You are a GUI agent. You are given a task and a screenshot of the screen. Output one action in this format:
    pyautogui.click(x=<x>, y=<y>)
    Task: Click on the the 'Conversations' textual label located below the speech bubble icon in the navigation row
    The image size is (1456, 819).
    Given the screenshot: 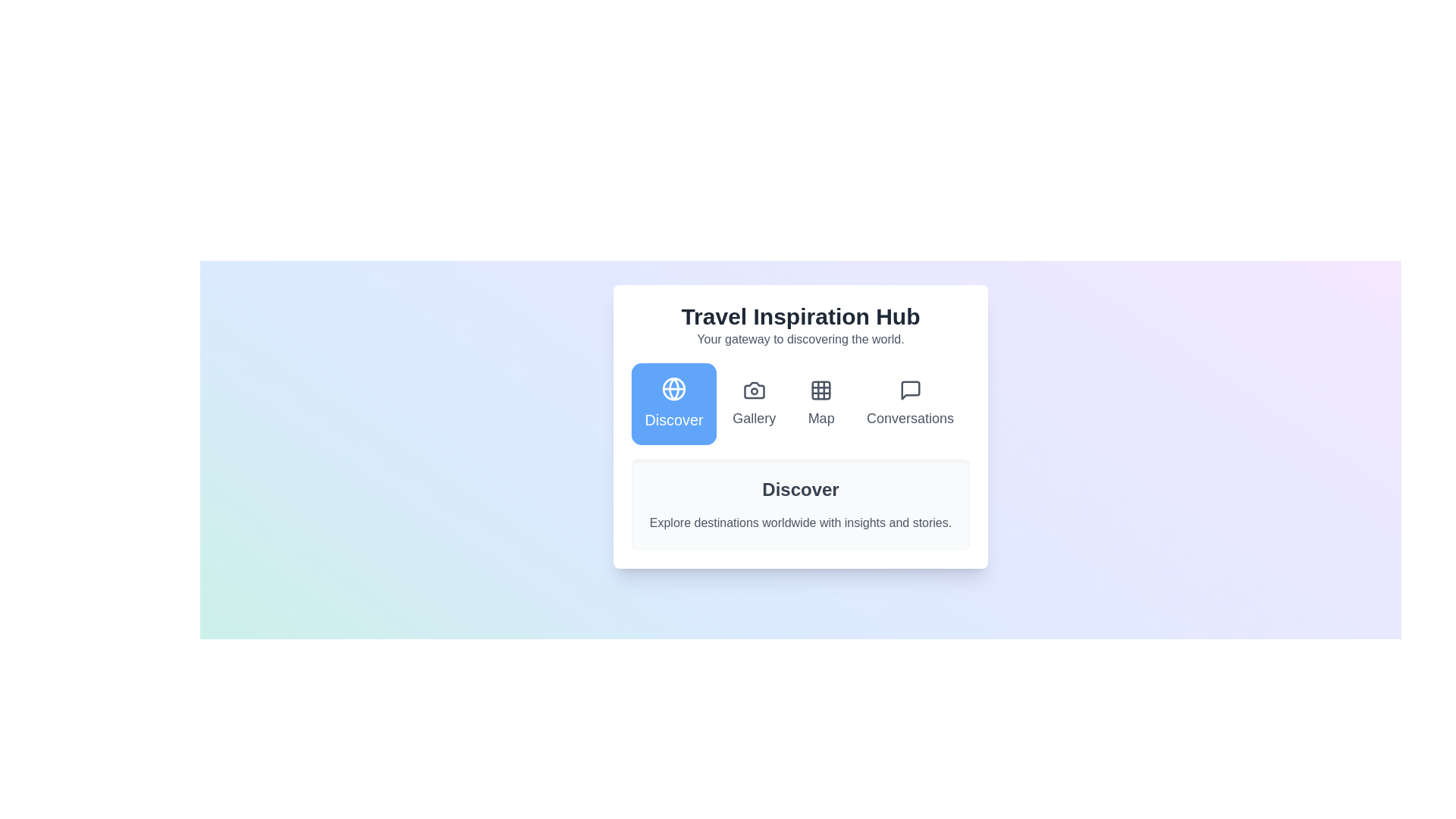 What is the action you would take?
    pyautogui.click(x=910, y=418)
    